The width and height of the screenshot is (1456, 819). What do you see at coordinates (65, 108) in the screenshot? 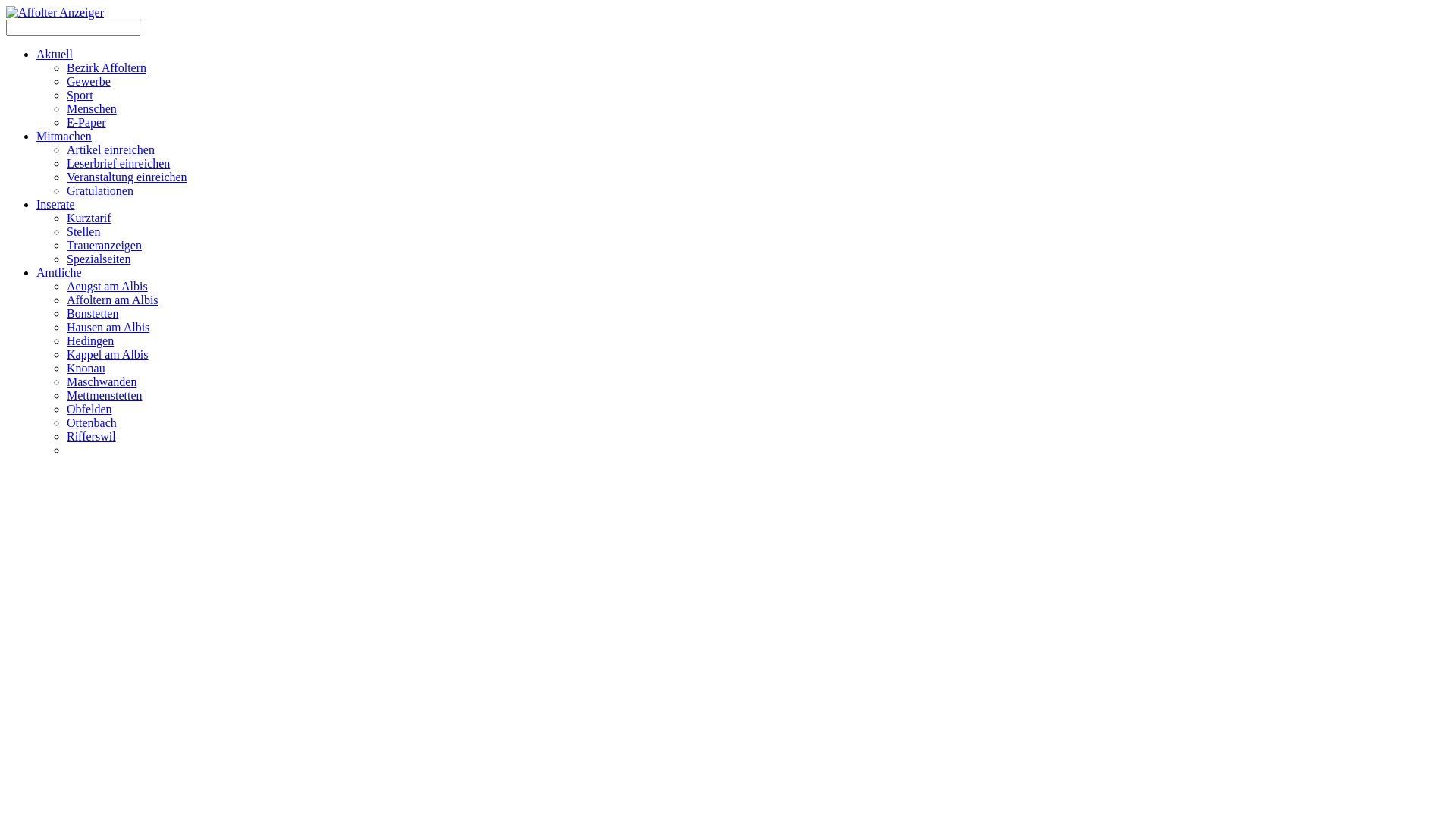
I see `'Menschen'` at bounding box center [65, 108].